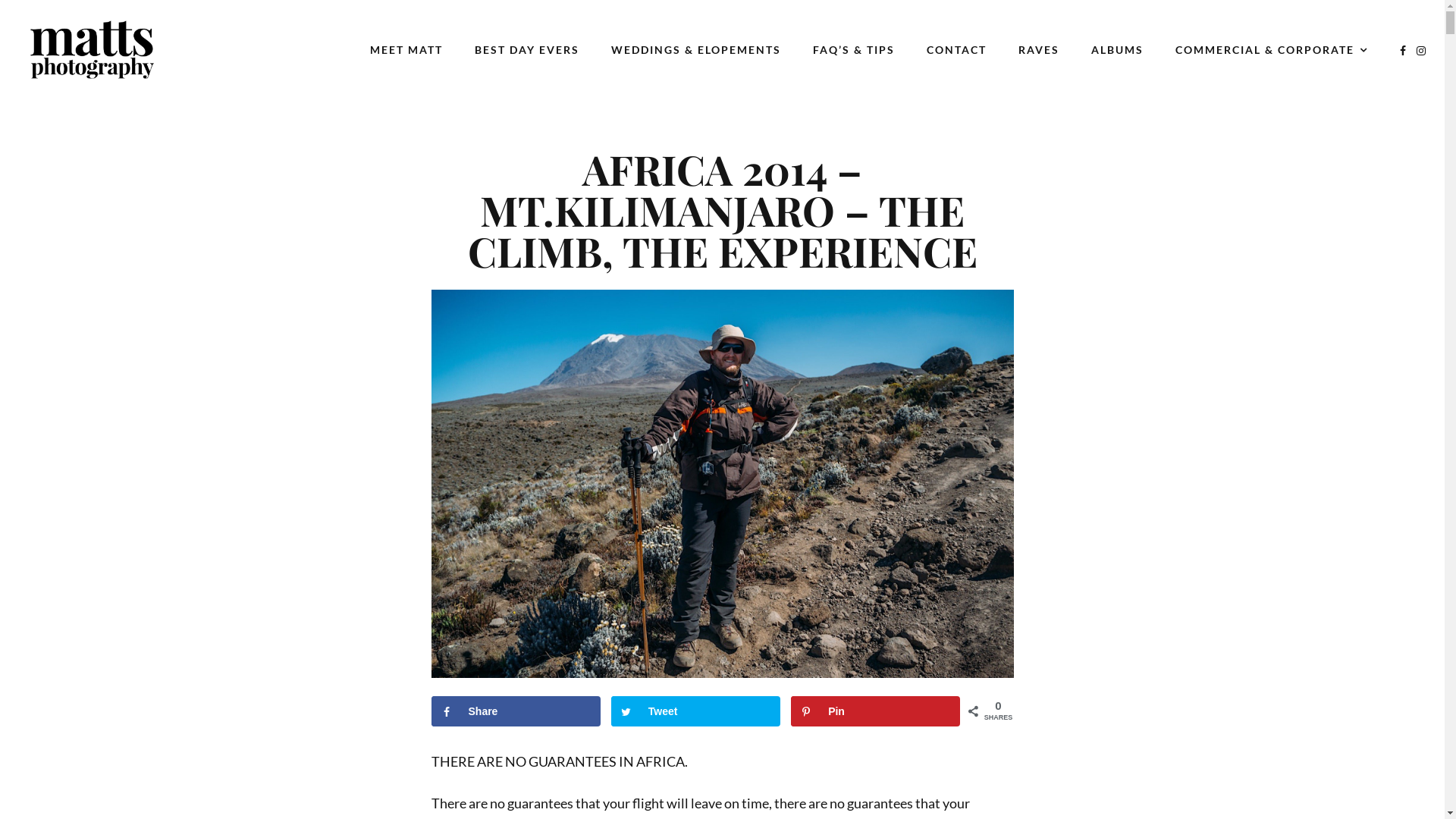 The image size is (1456, 819). I want to click on 'MEET MATT', so click(406, 49).